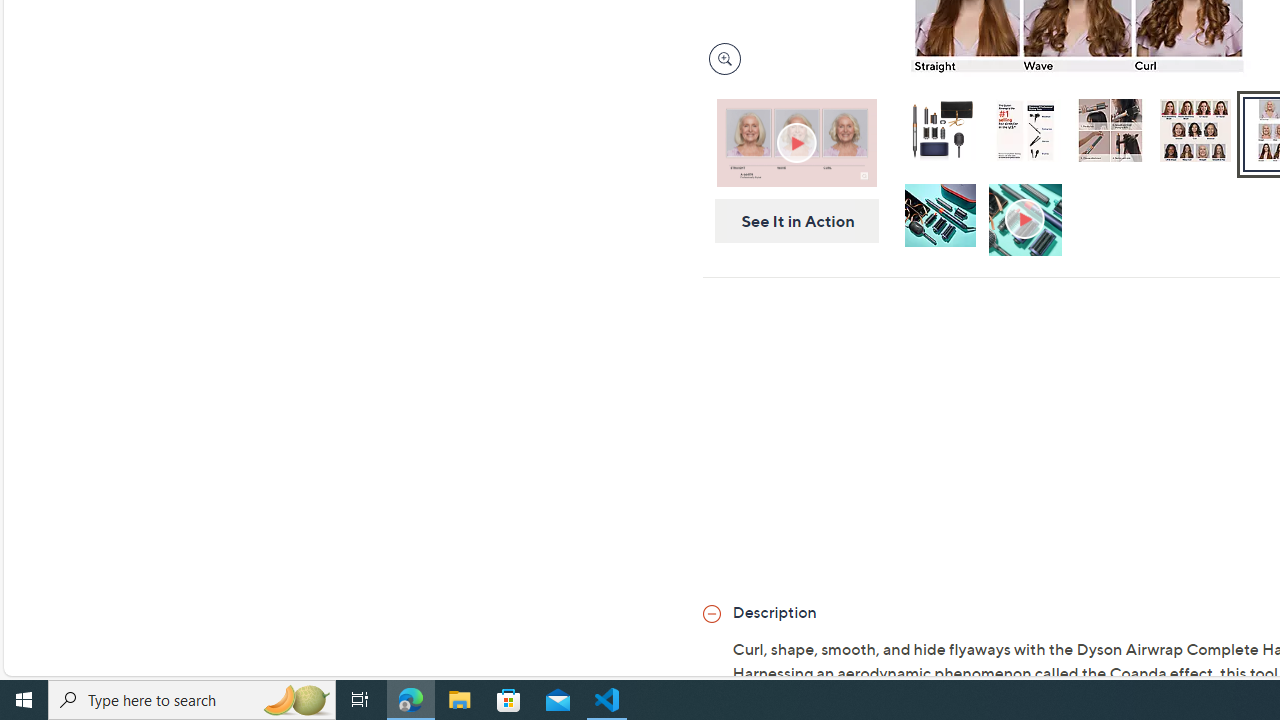 The image size is (1280, 720). I want to click on 'Dyson Airwrap Complete with Paddle Brush and Travel Pouch', so click(938, 129).